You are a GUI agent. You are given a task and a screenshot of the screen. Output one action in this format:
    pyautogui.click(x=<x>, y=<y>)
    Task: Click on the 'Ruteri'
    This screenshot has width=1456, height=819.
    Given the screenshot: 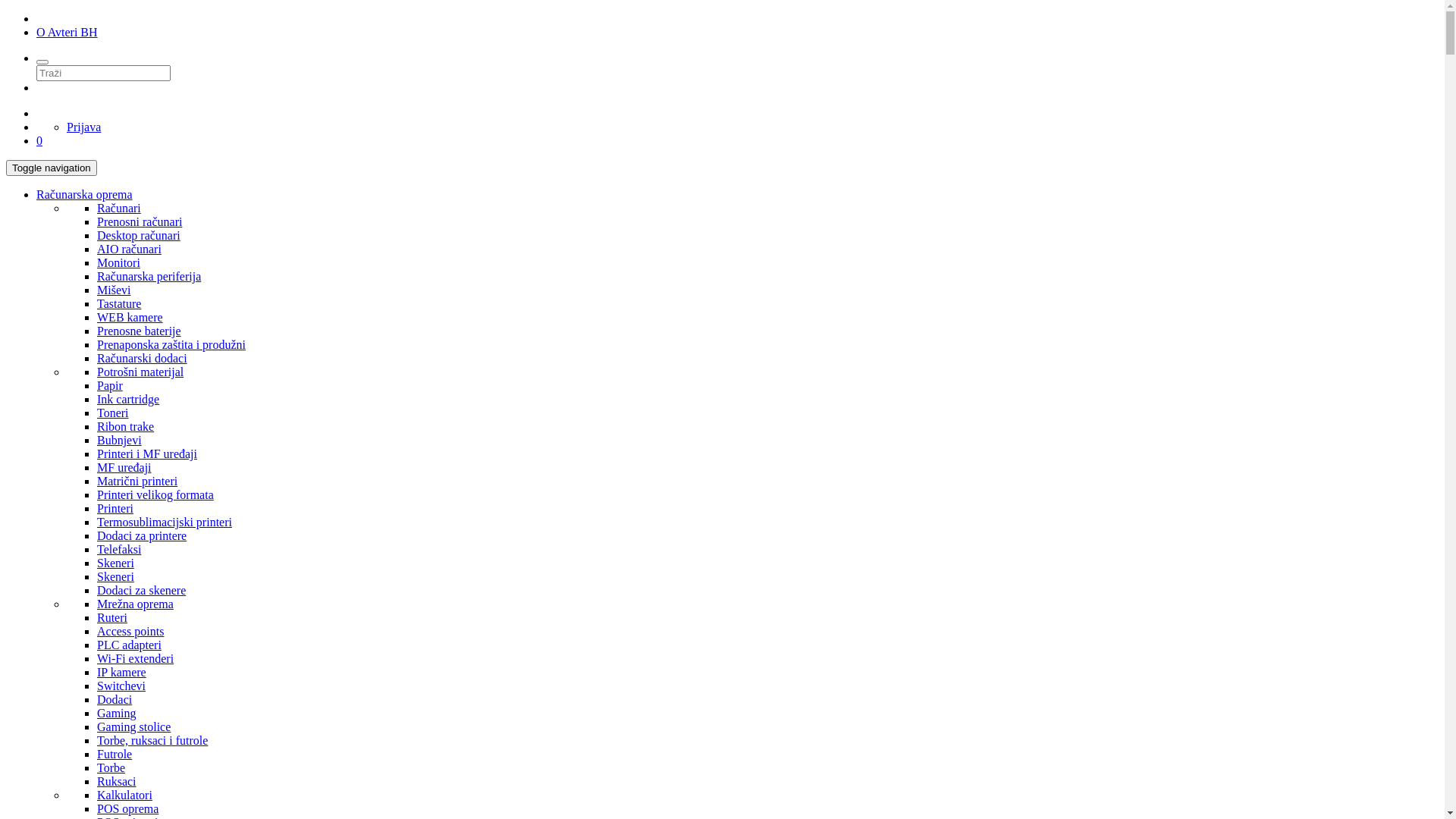 What is the action you would take?
    pyautogui.click(x=96, y=617)
    